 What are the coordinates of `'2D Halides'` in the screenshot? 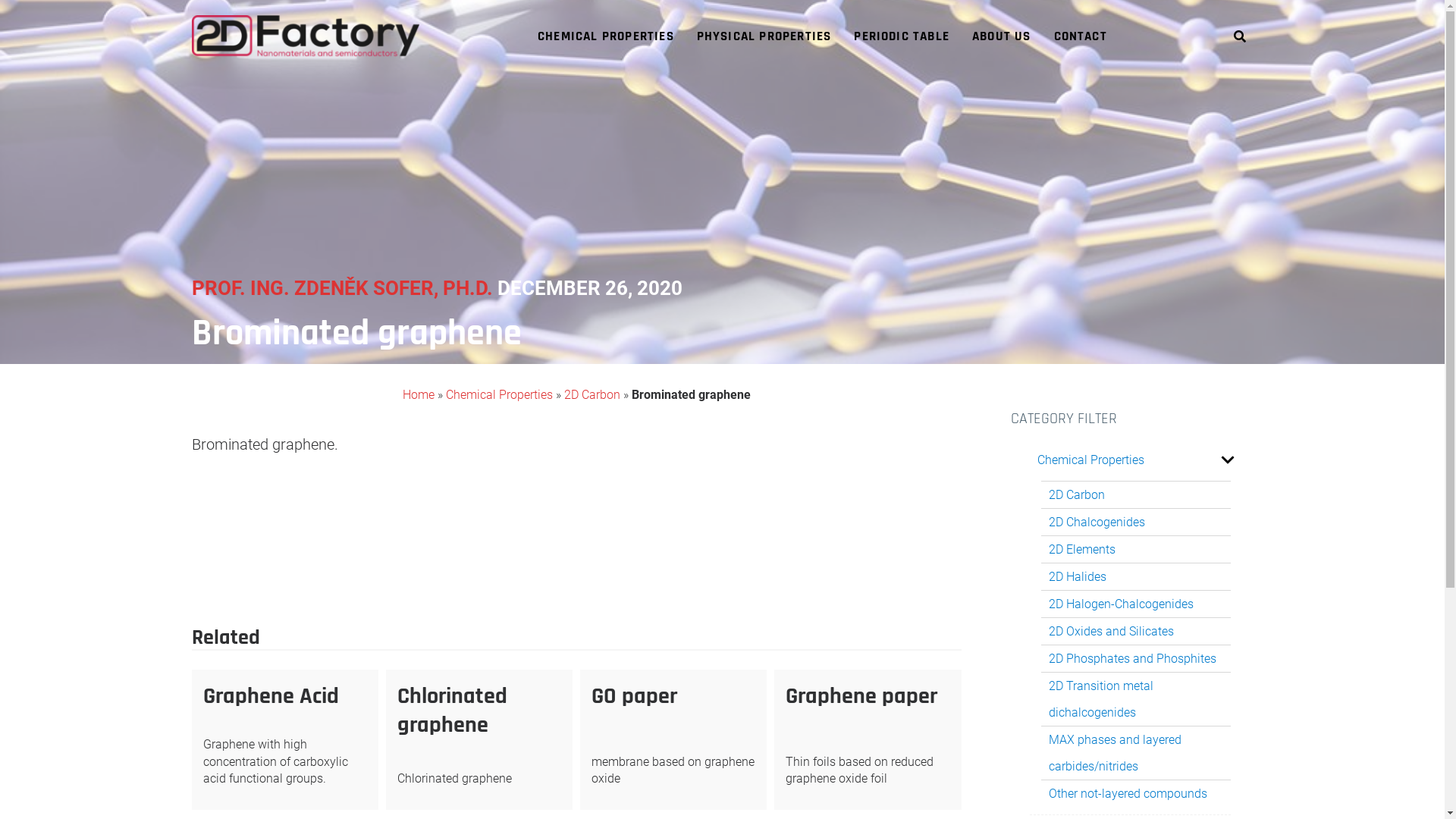 It's located at (1076, 576).